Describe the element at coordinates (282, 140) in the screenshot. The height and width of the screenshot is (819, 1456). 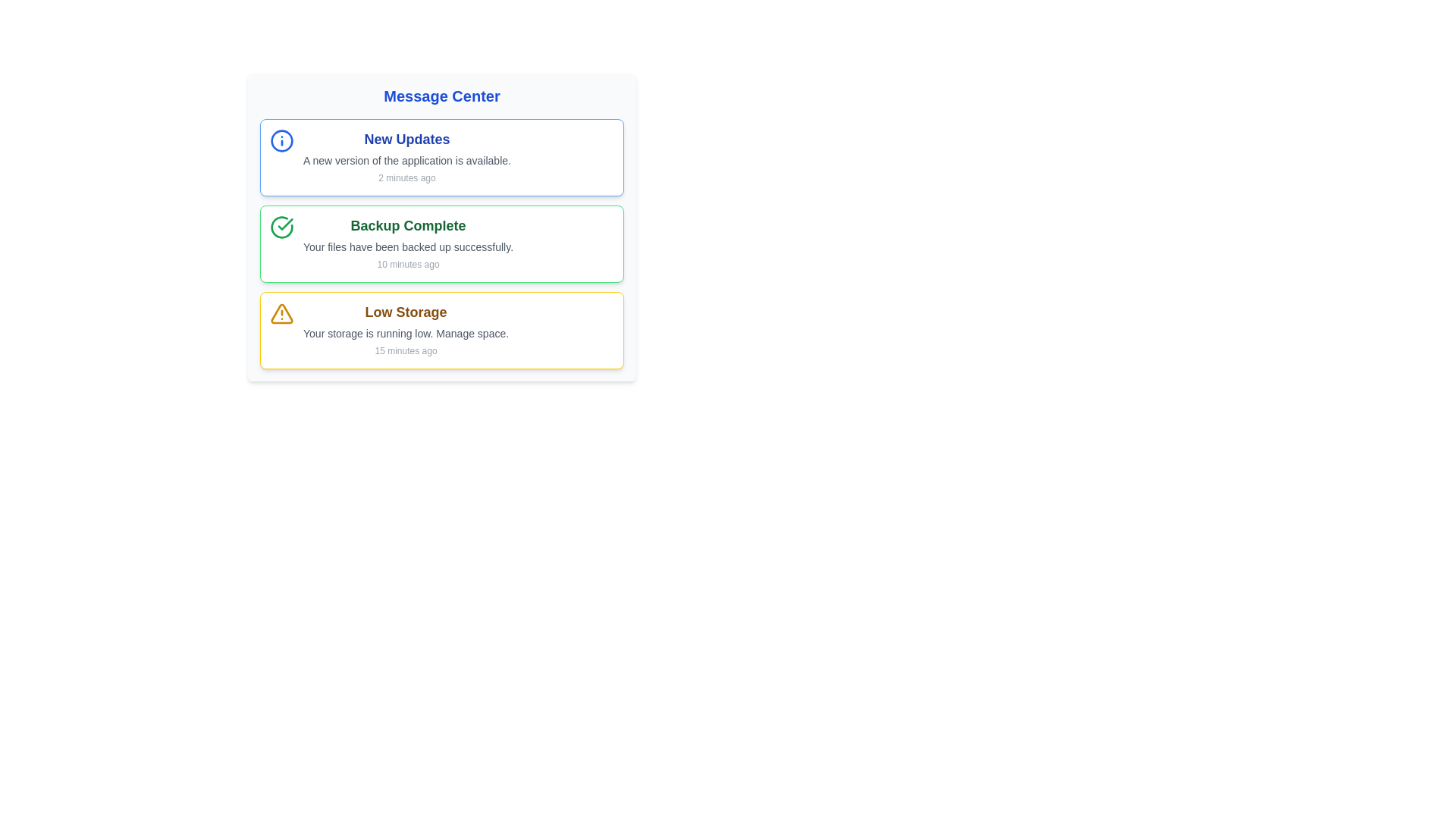
I see `the circular graphical element within the information icon located on the left side of the 'New Updates' notification card in the Message Center` at that location.